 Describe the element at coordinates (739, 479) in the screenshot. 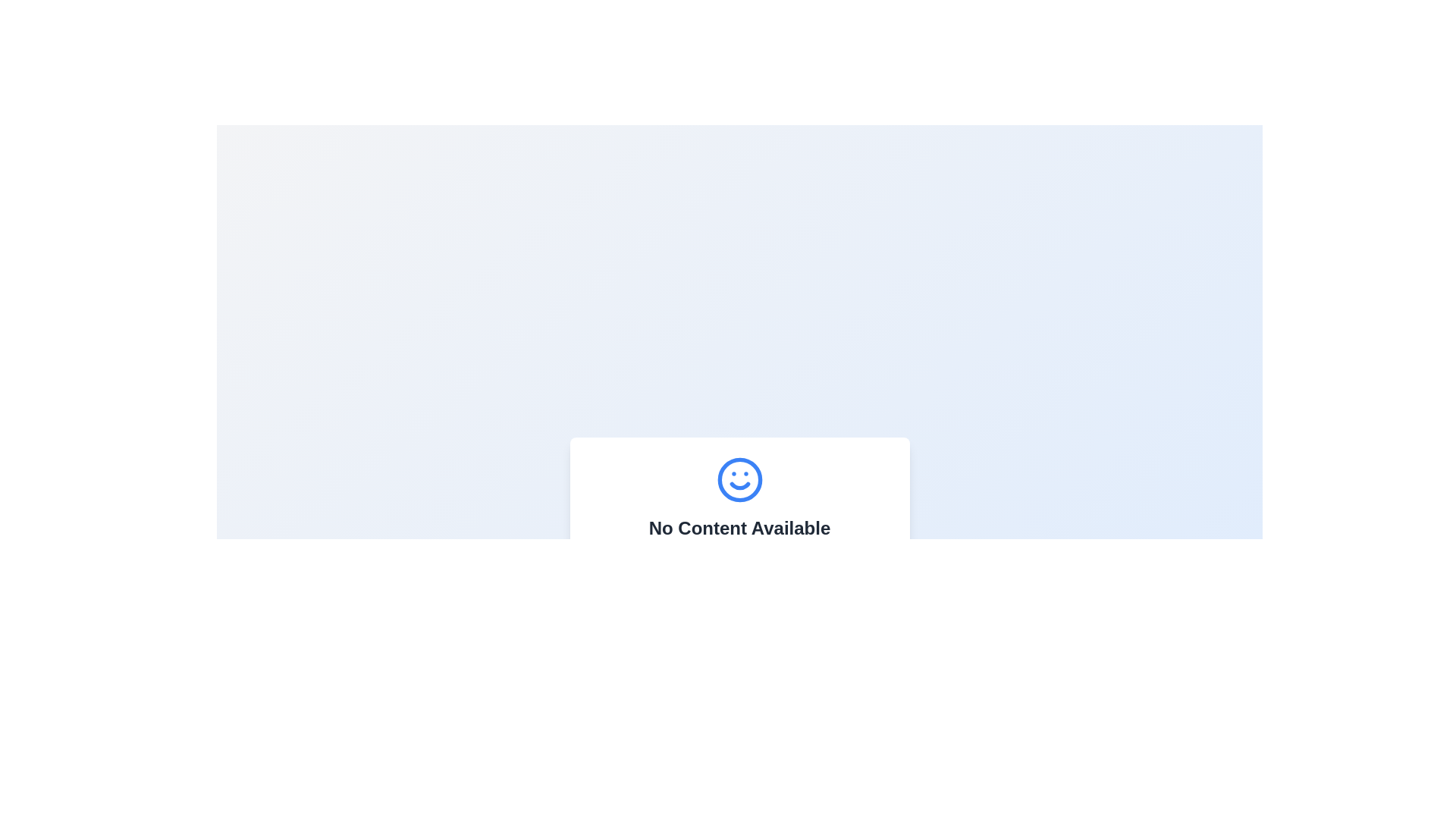

I see `the decorative icon that indicates a neutral or positive system state, located at the top section of the white box above the heading 'No Content Available'` at that location.